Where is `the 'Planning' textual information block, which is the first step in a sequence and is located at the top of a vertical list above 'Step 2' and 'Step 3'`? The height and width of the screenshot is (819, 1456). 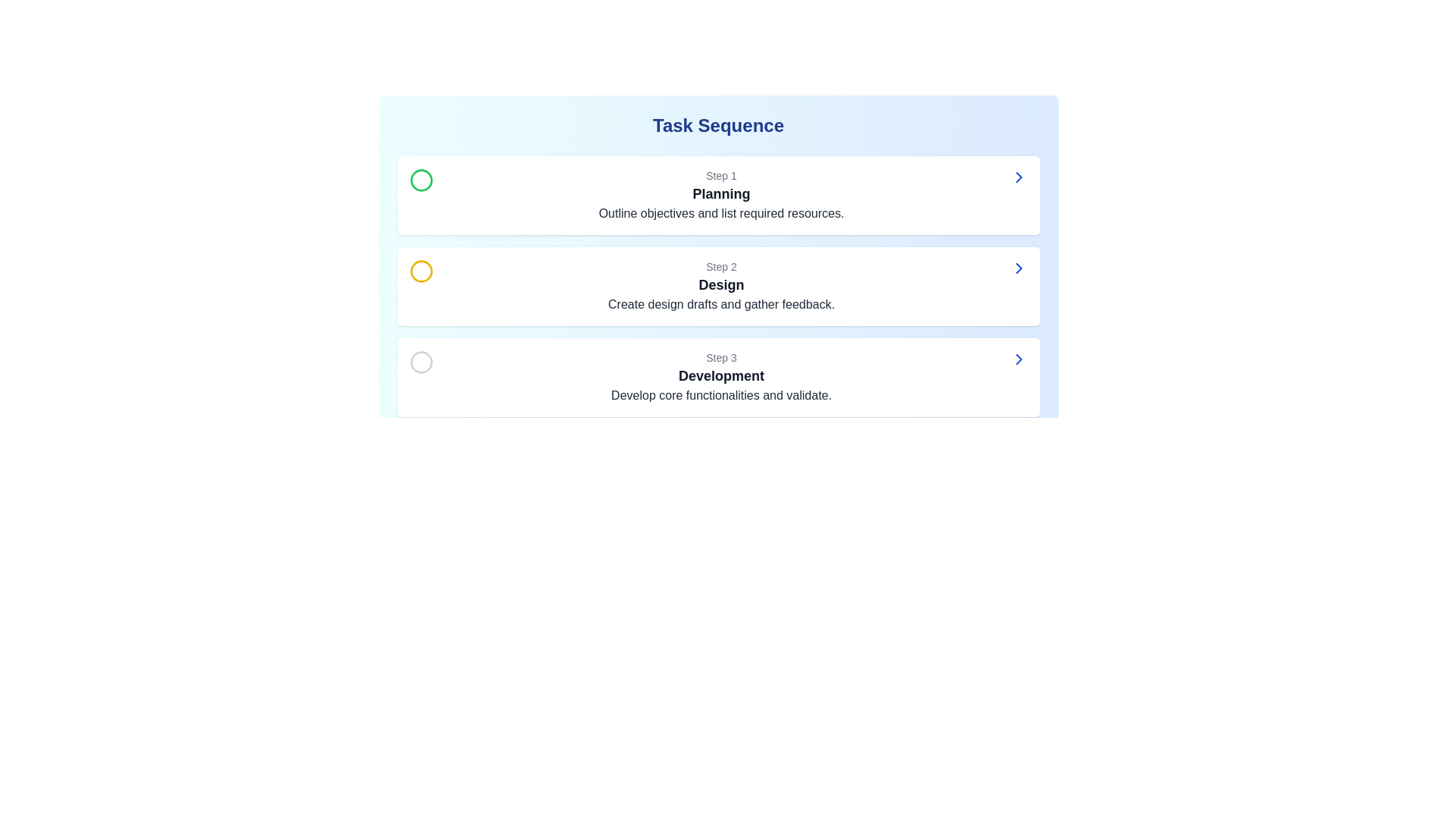 the 'Planning' textual information block, which is the first step in a sequence and is located at the top of a vertical list above 'Step 2' and 'Step 3' is located at coordinates (720, 195).